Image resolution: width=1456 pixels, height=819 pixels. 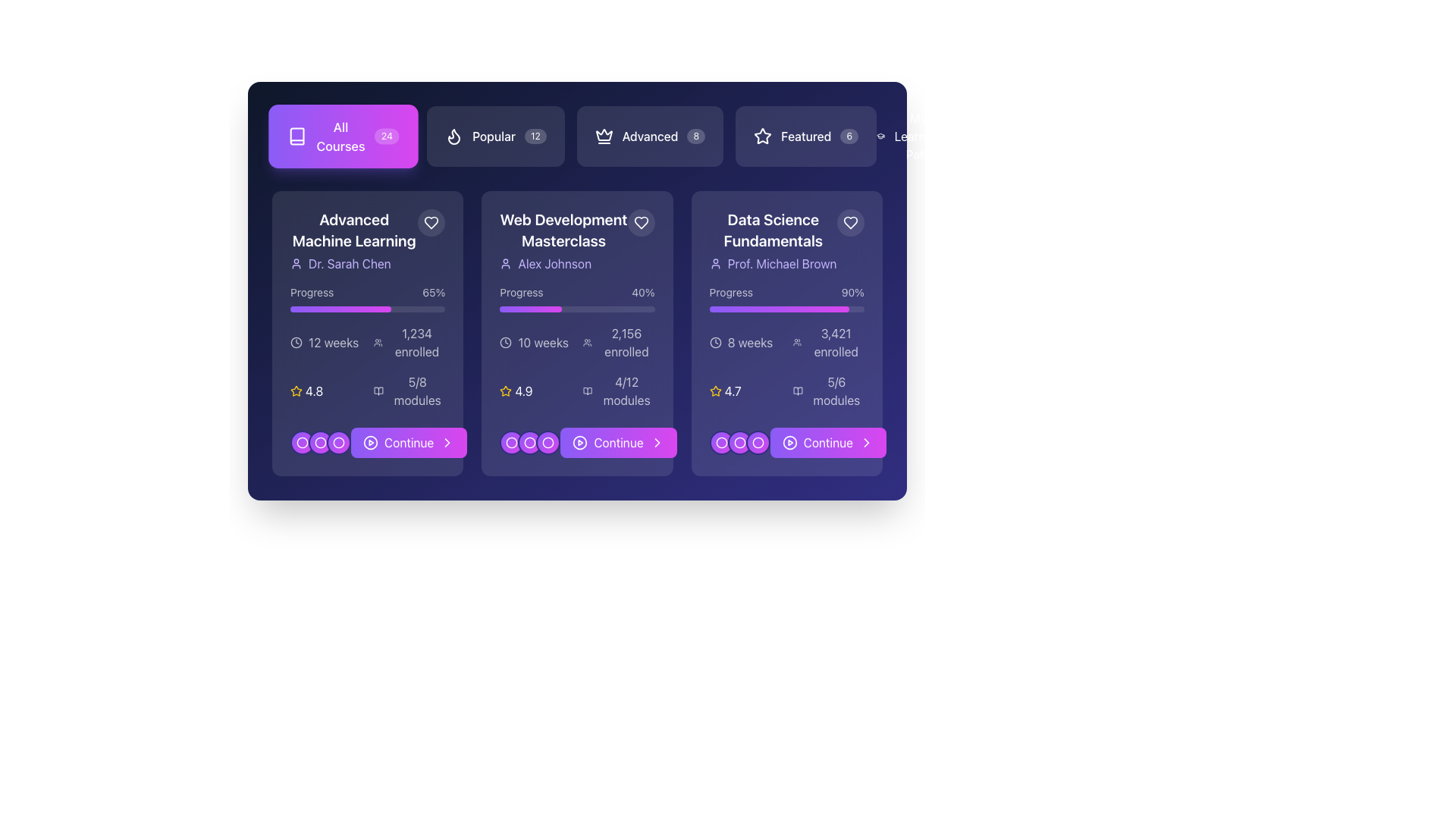 What do you see at coordinates (851, 222) in the screenshot?
I see `the icon button in the top-right corner of the 'Data Science Fundamentals' course card` at bounding box center [851, 222].